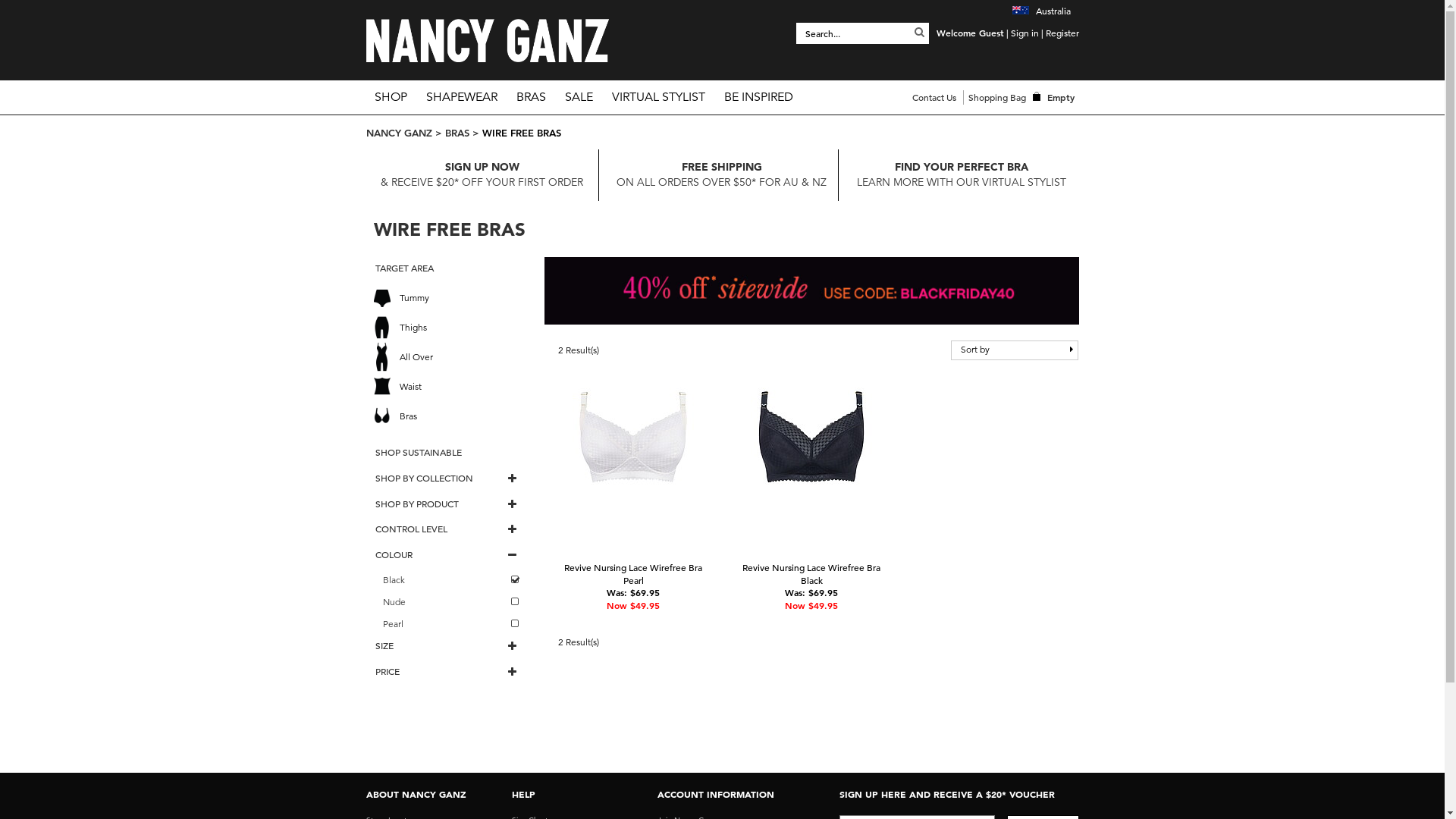 The width and height of the screenshot is (1456, 819). What do you see at coordinates (633, 573) in the screenshot?
I see `'Revive Nursing Lace Wirefree Bra` at bounding box center [633, 573].